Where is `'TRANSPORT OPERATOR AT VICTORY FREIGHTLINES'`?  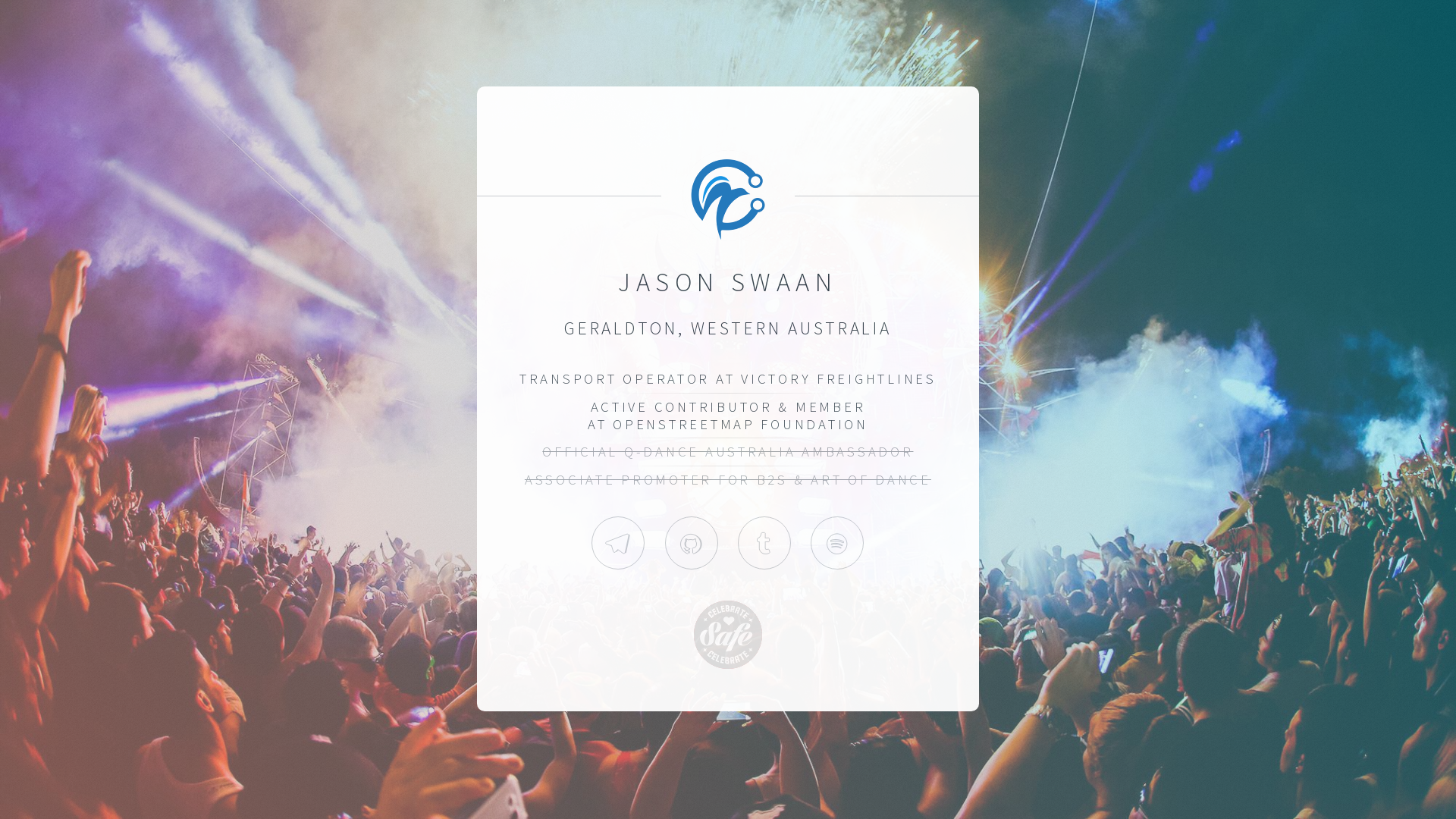 'TRANSPORT OPERATOR AT VICTORY FREIGHTLINES' is located at coordinates (728, 378).